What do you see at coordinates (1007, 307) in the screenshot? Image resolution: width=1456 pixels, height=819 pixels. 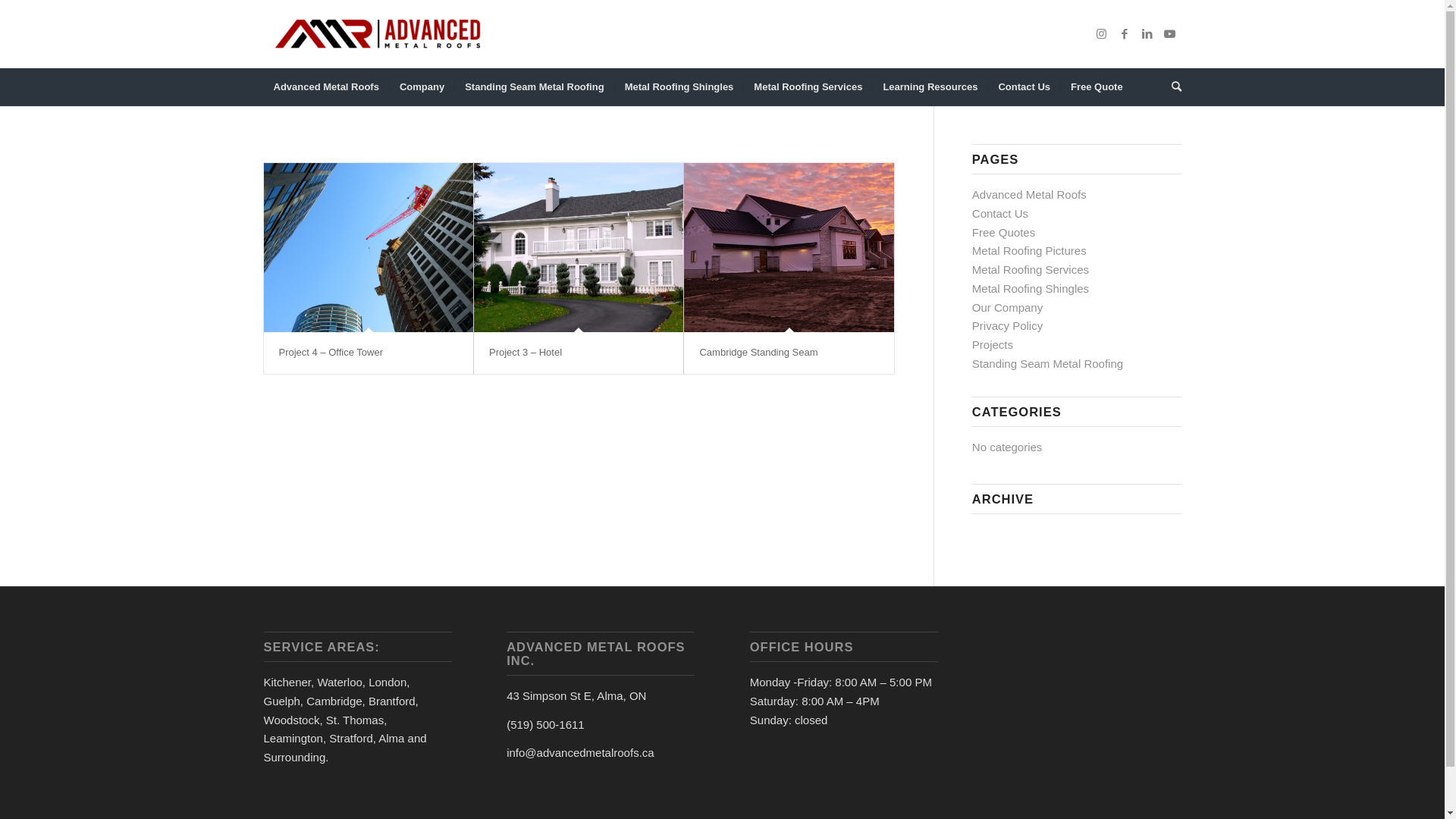 I see `'Our Company'` at bounding box center [1007, 307].